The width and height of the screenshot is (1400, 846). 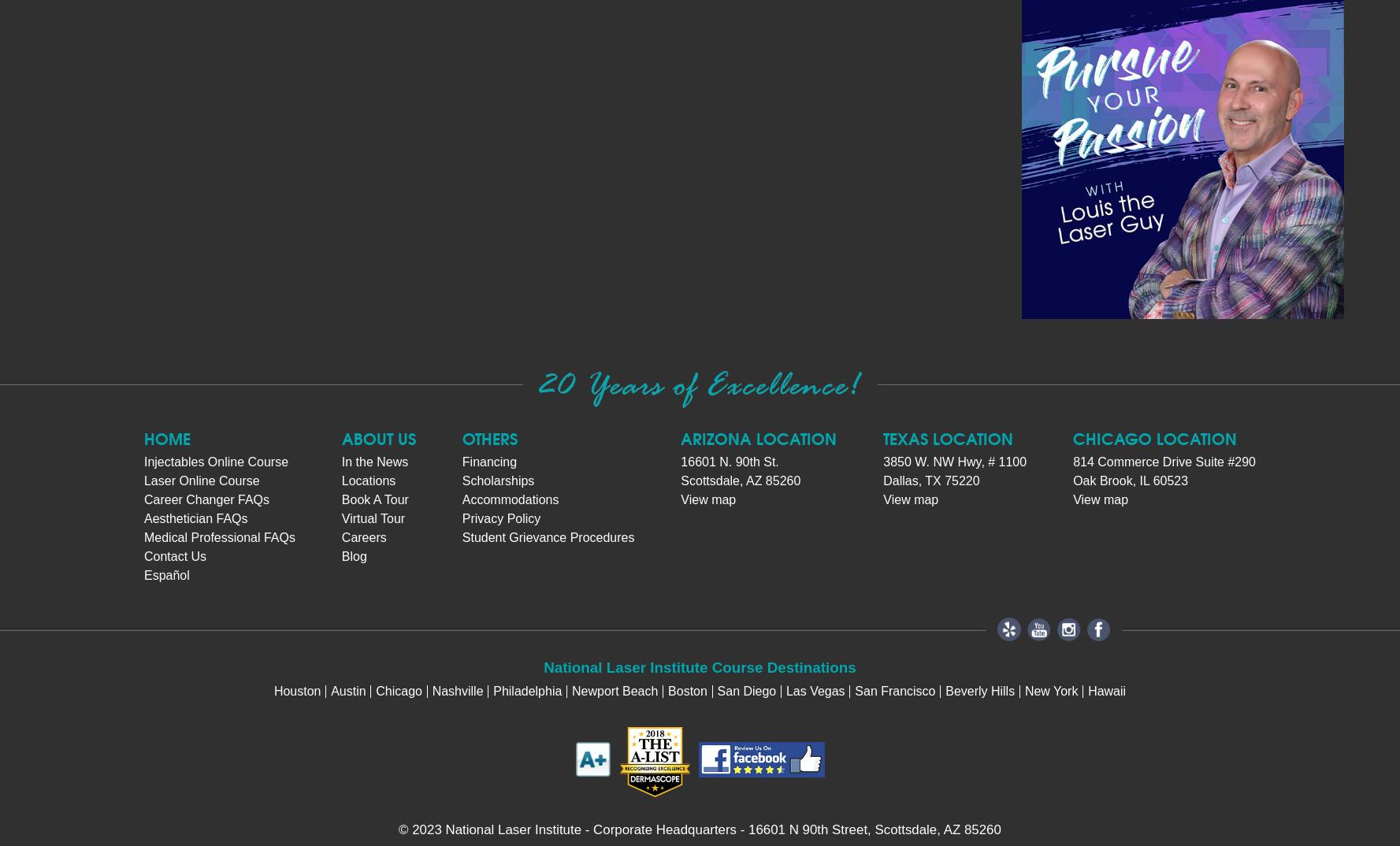 What do you see at coordinates (372, 517) in the screenshot?
I see `'Virtual Tour'` at bounding box center [372, 517].